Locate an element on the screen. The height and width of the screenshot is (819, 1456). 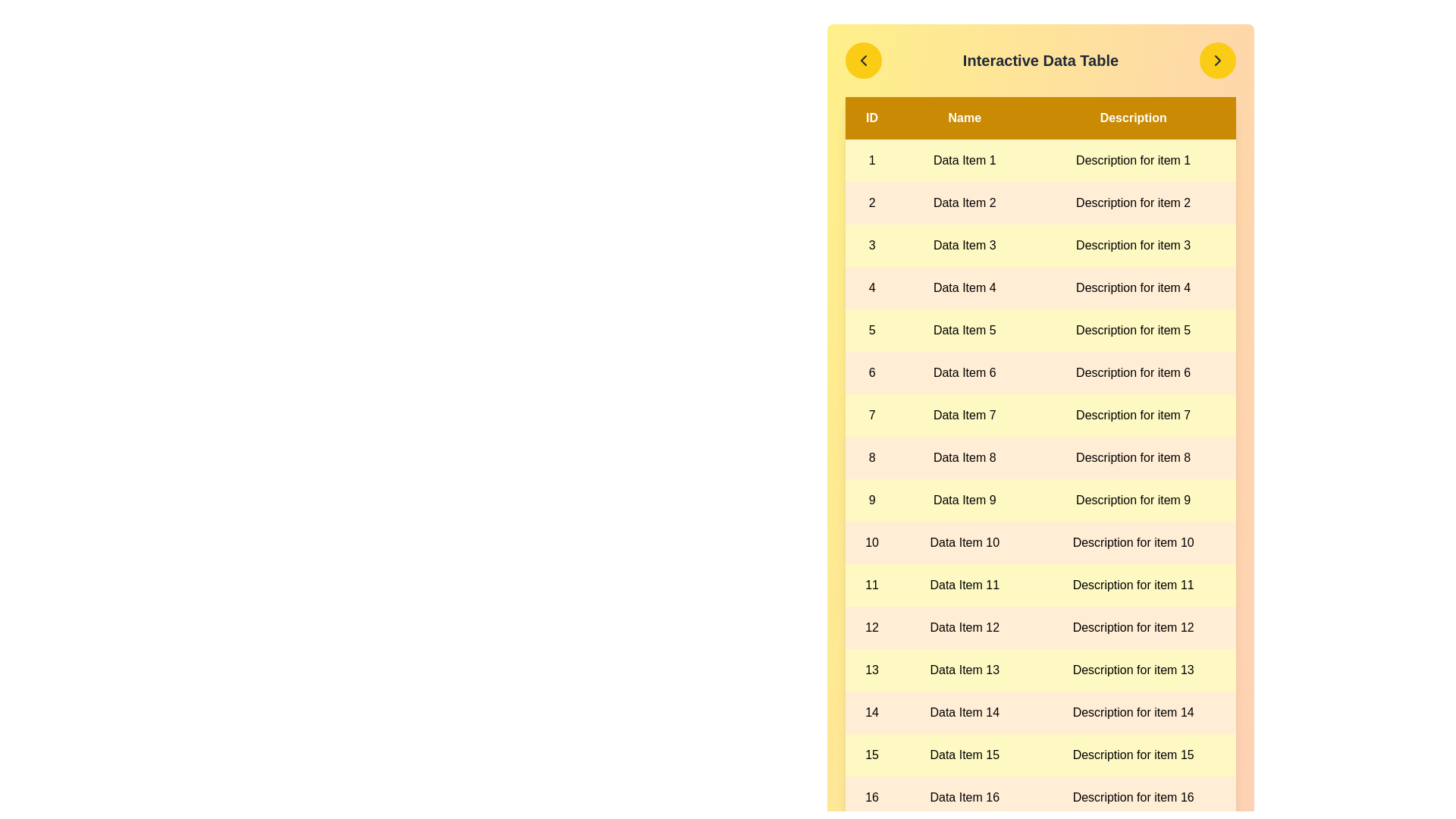
the header cell labeled Description to reveal its description is located at coordinates (1132, 117).